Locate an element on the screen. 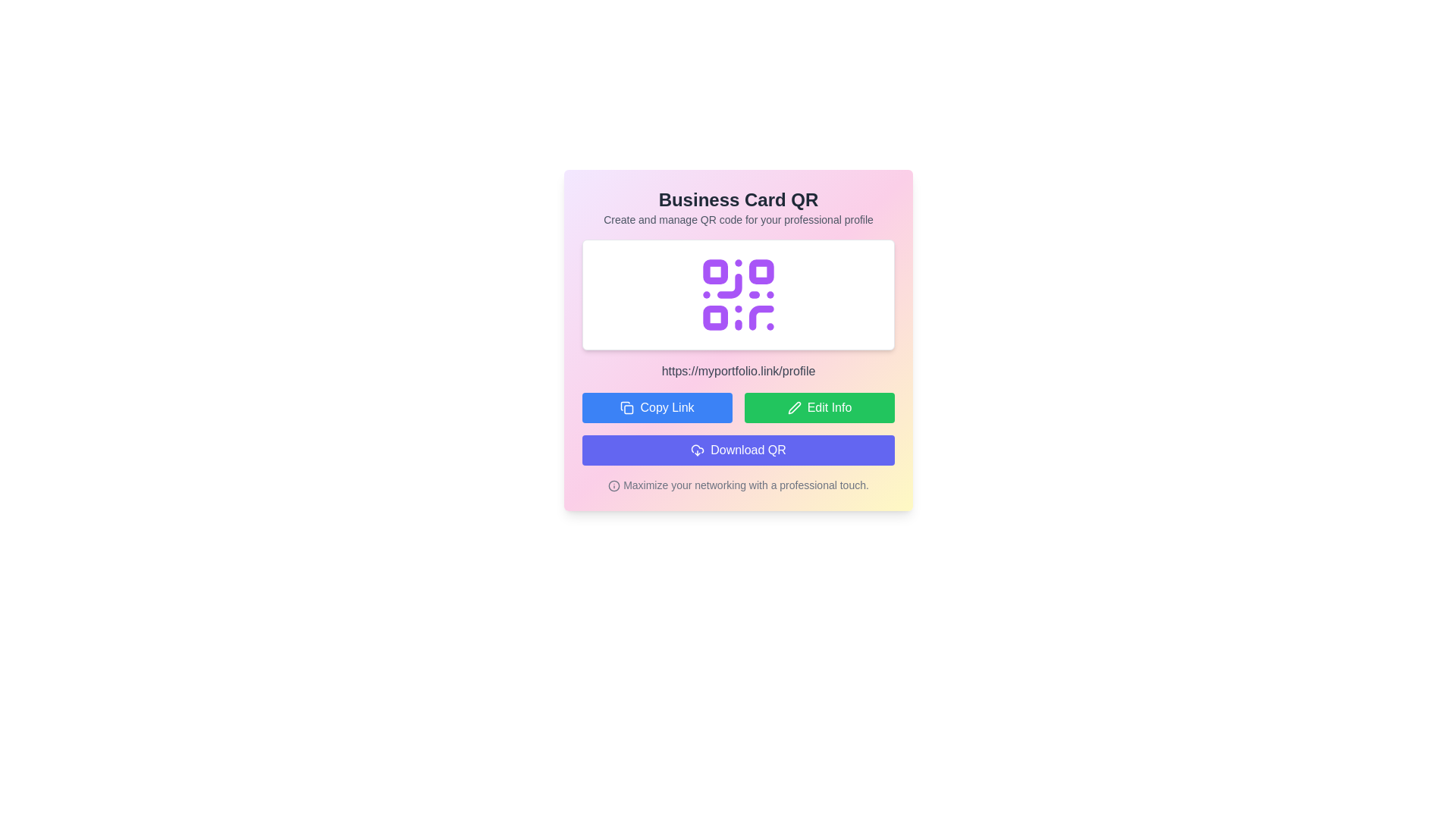  the hyperlink text 'https://myportfolio.link/profile' which is styled in gray and is positioned below the QR code graphic and above the 'Copy Link' and 'Edit Info' buttons is located at coordinates (739, 371).